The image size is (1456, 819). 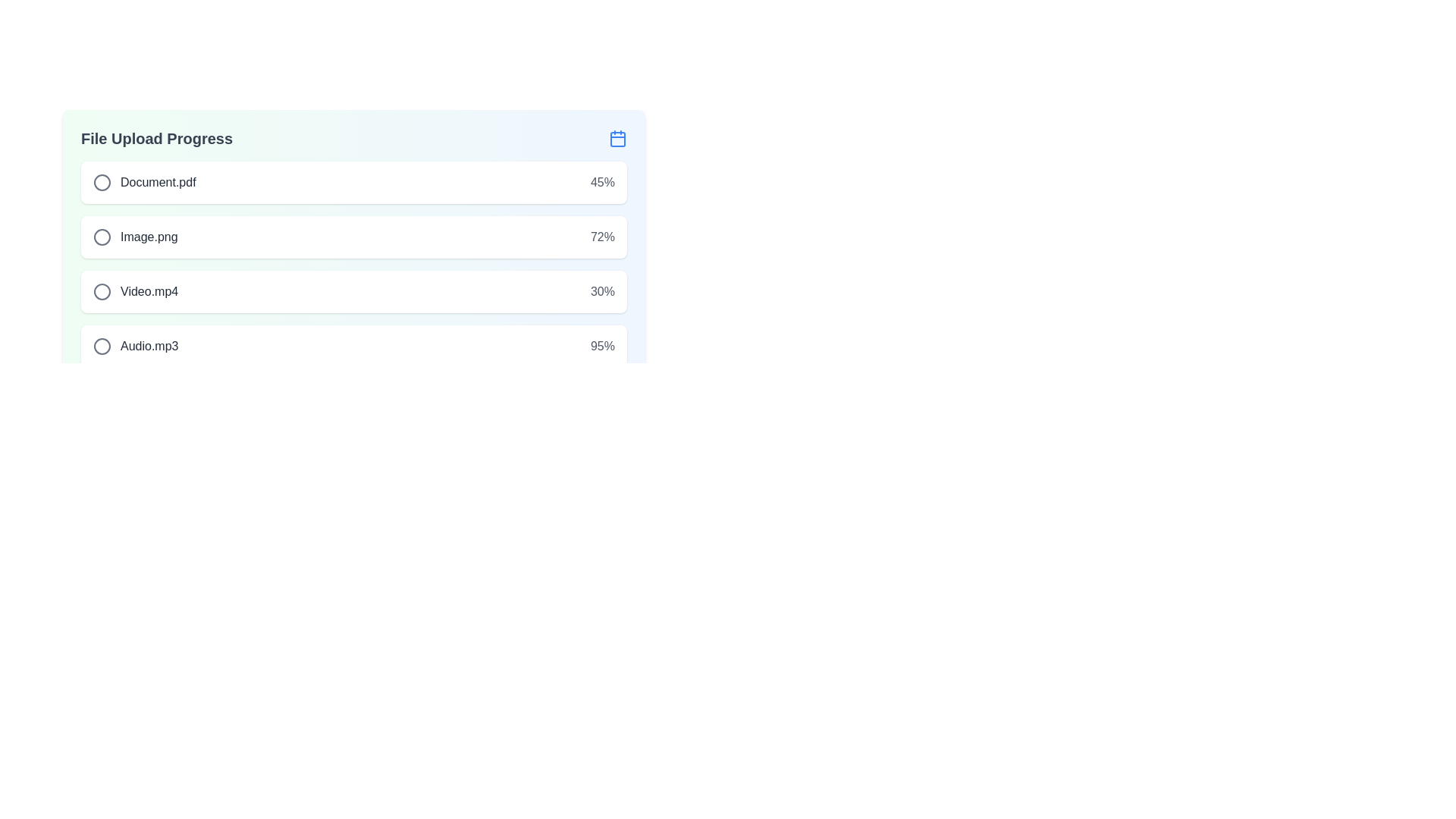 I want to click on the 'Video.mp4' text label or the circular icon with a gray border, so click(x=136, y=292).